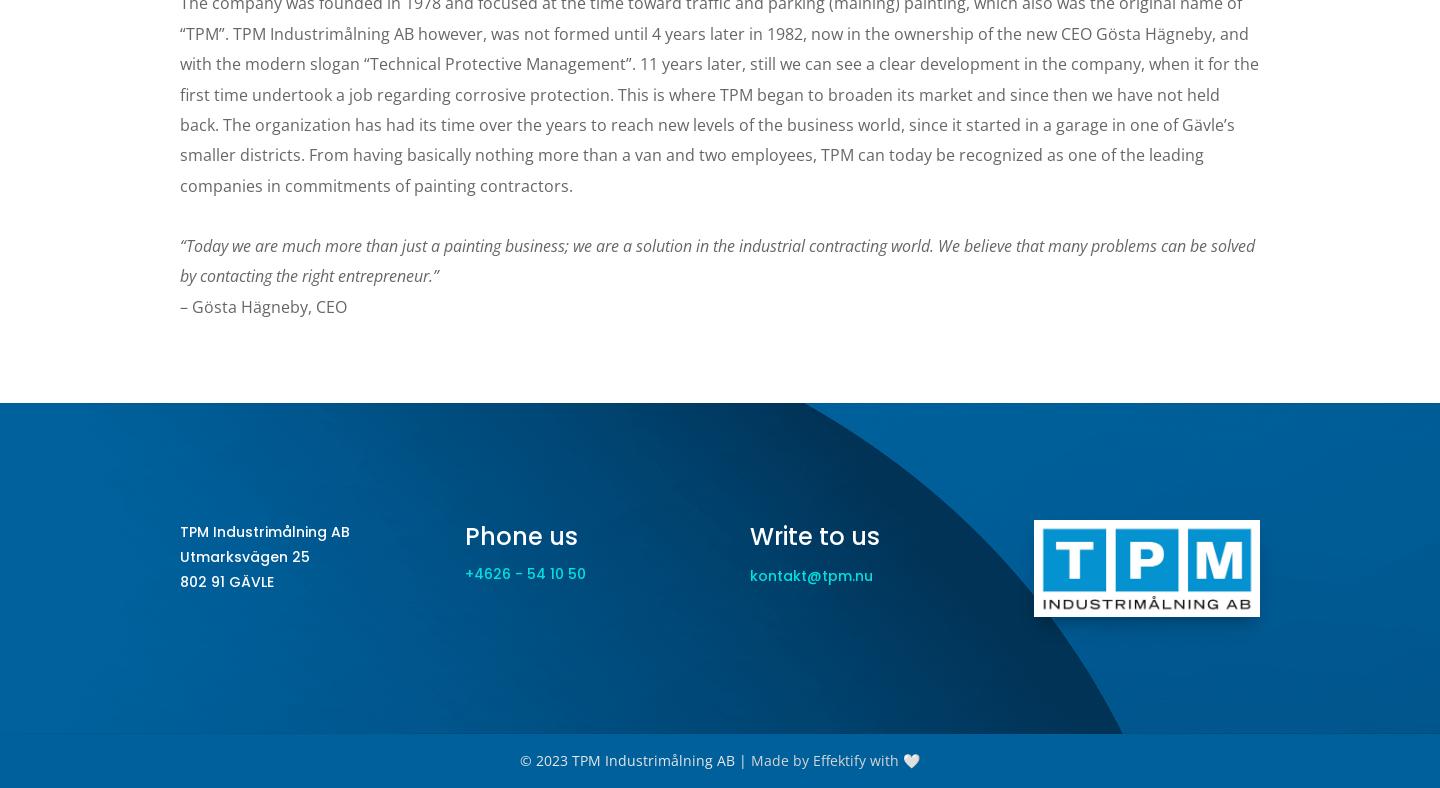 This screenshot has height=788, width=1440. I want to click on 'Today we are much more than just a painting business; we are a solution in the industrial contracting world. We believe that many problems can be solved by contacting the right entrepreneur.', so click(717, 259).